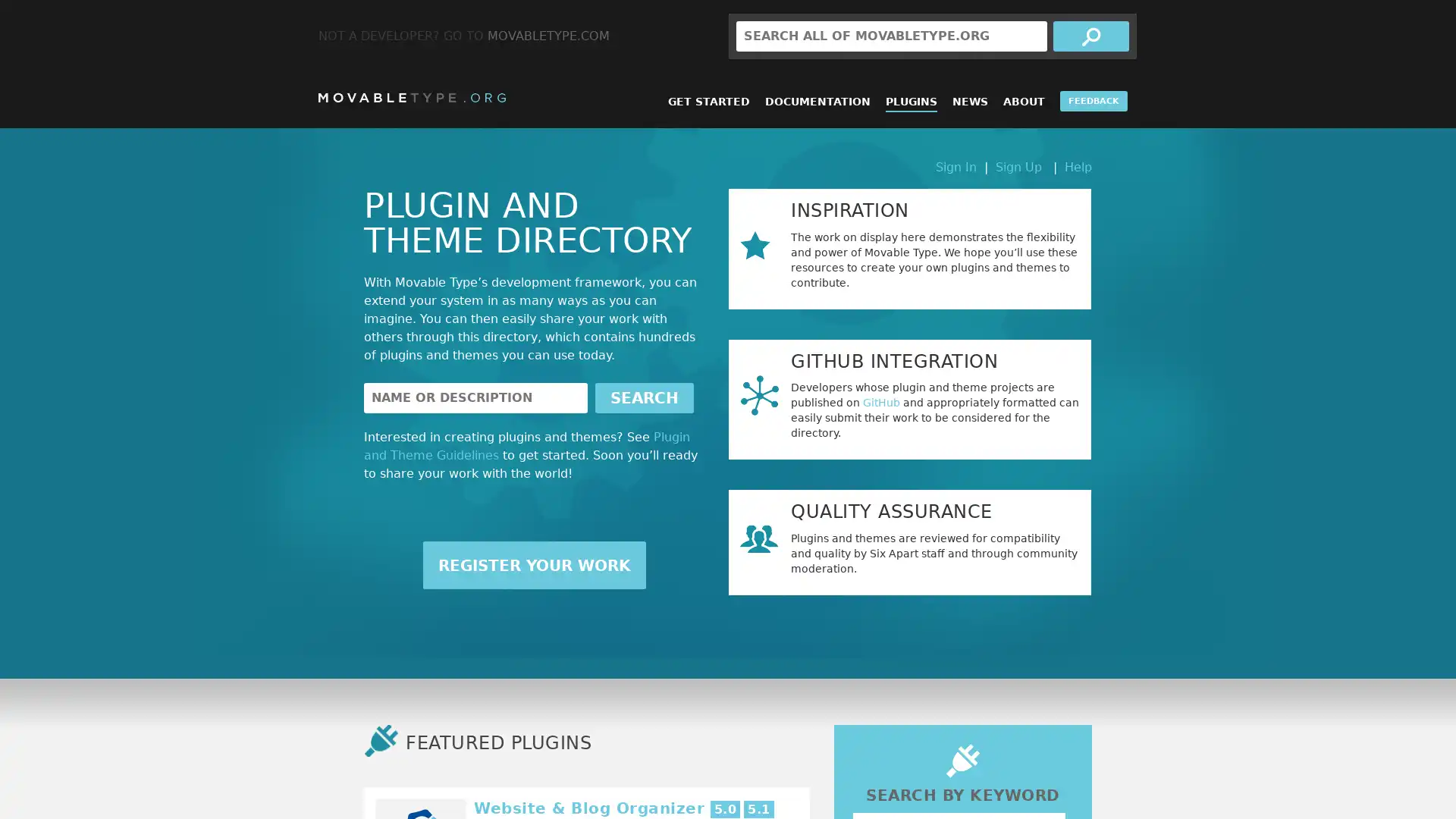  Describe the element at coordinates (1090, 35) in the screenshot. I see `search` at that location.